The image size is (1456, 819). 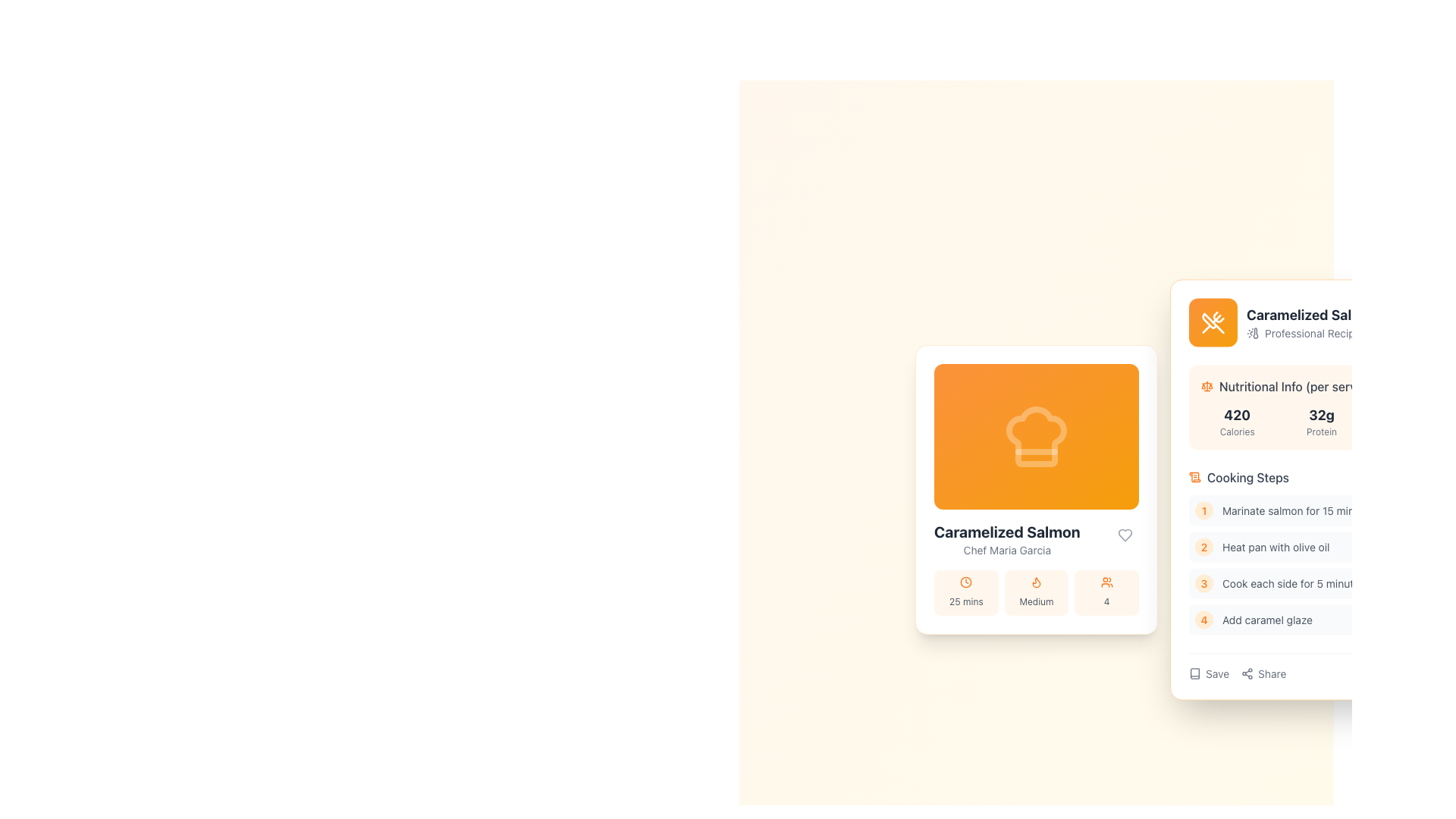 What do you see at coordinates (1106, 592) in the screenshot?
I see `the Informational badge that indicates the number of servings for the recipe, positioned to the right of '25 mins' and 'Medium' in the recipe card for 'Caramelized Salmon'` at bounding box center [1106, 592].